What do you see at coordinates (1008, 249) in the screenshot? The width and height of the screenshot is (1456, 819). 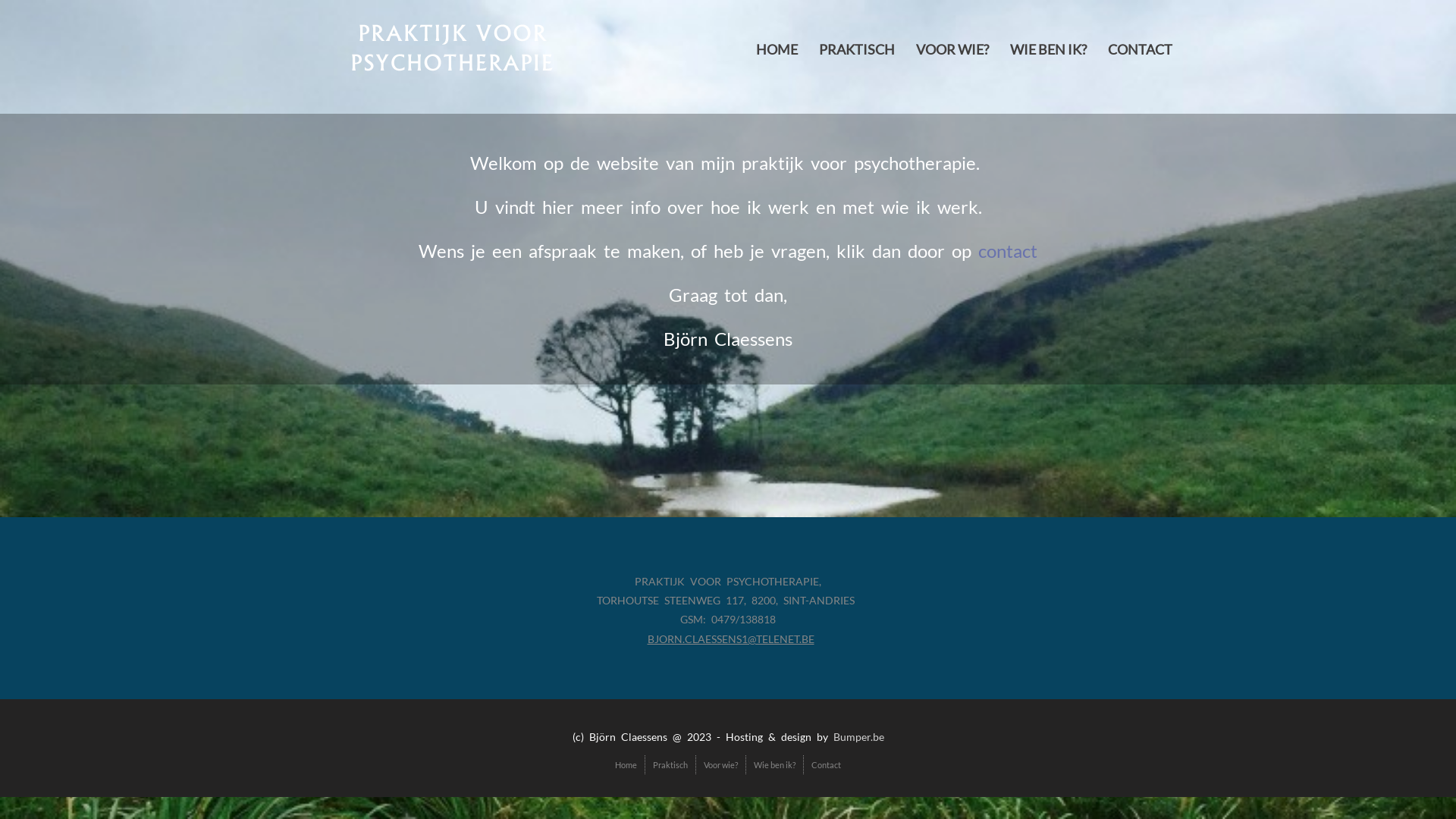 I see `'contact'` at bounding box center [1008, 249].